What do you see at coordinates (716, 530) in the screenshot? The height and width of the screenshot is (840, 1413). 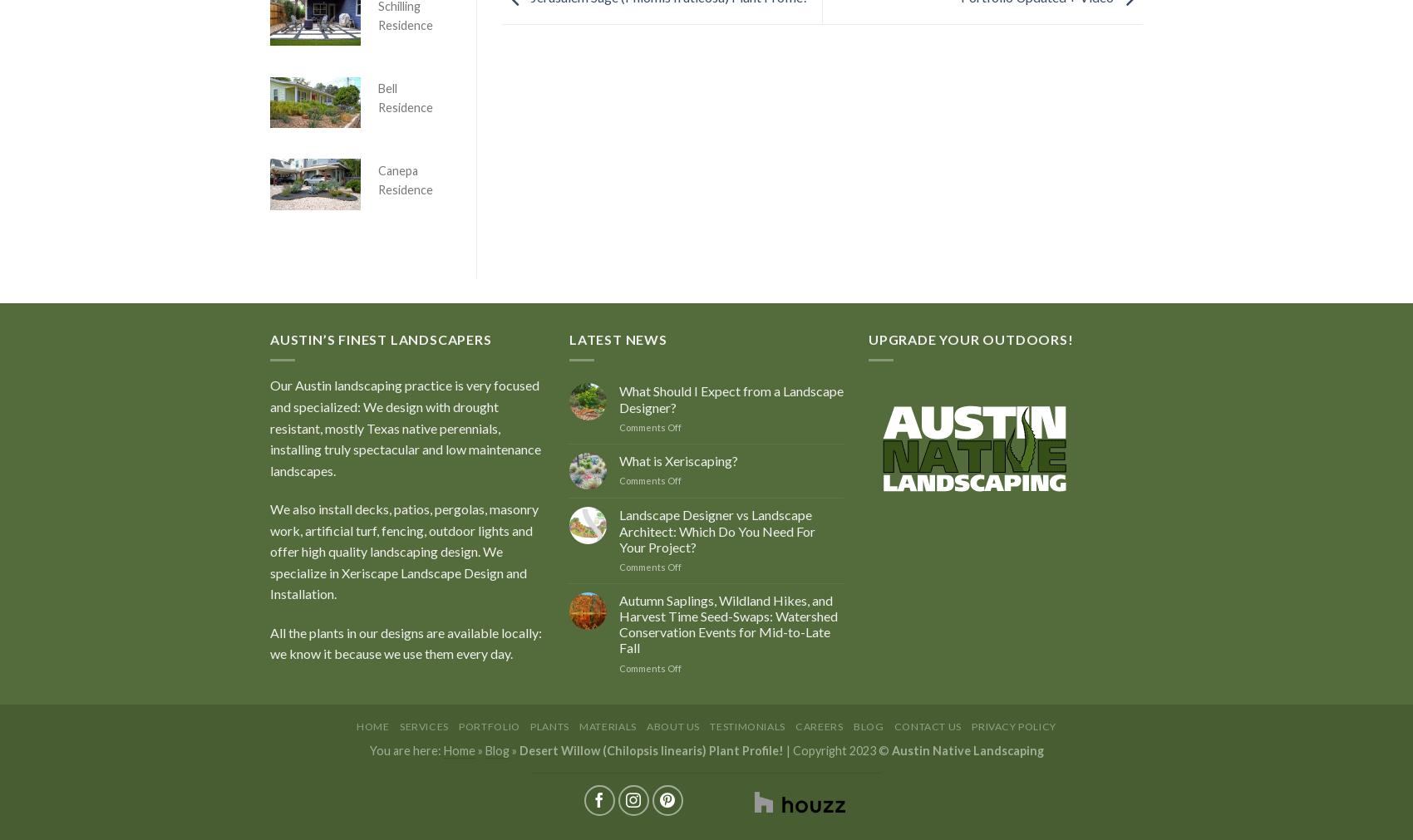 I see `'Landscape Designer vs Landscape Architect: Which Do You Need For Your Project?'` at bounding box center [716, 530].